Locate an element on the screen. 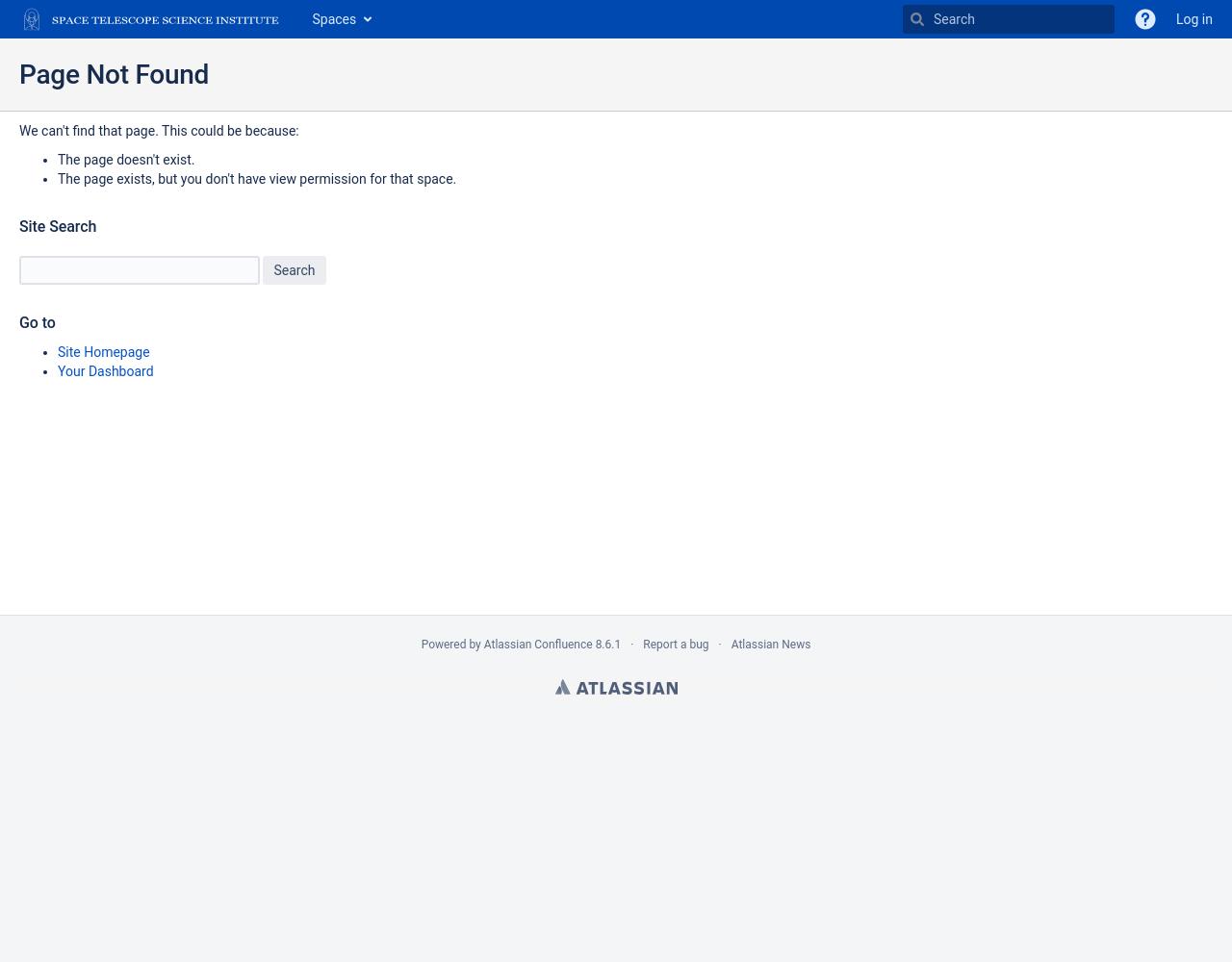 The image size is (1232, 962). 'Site Homepage' is located at coordinates (102, 351).